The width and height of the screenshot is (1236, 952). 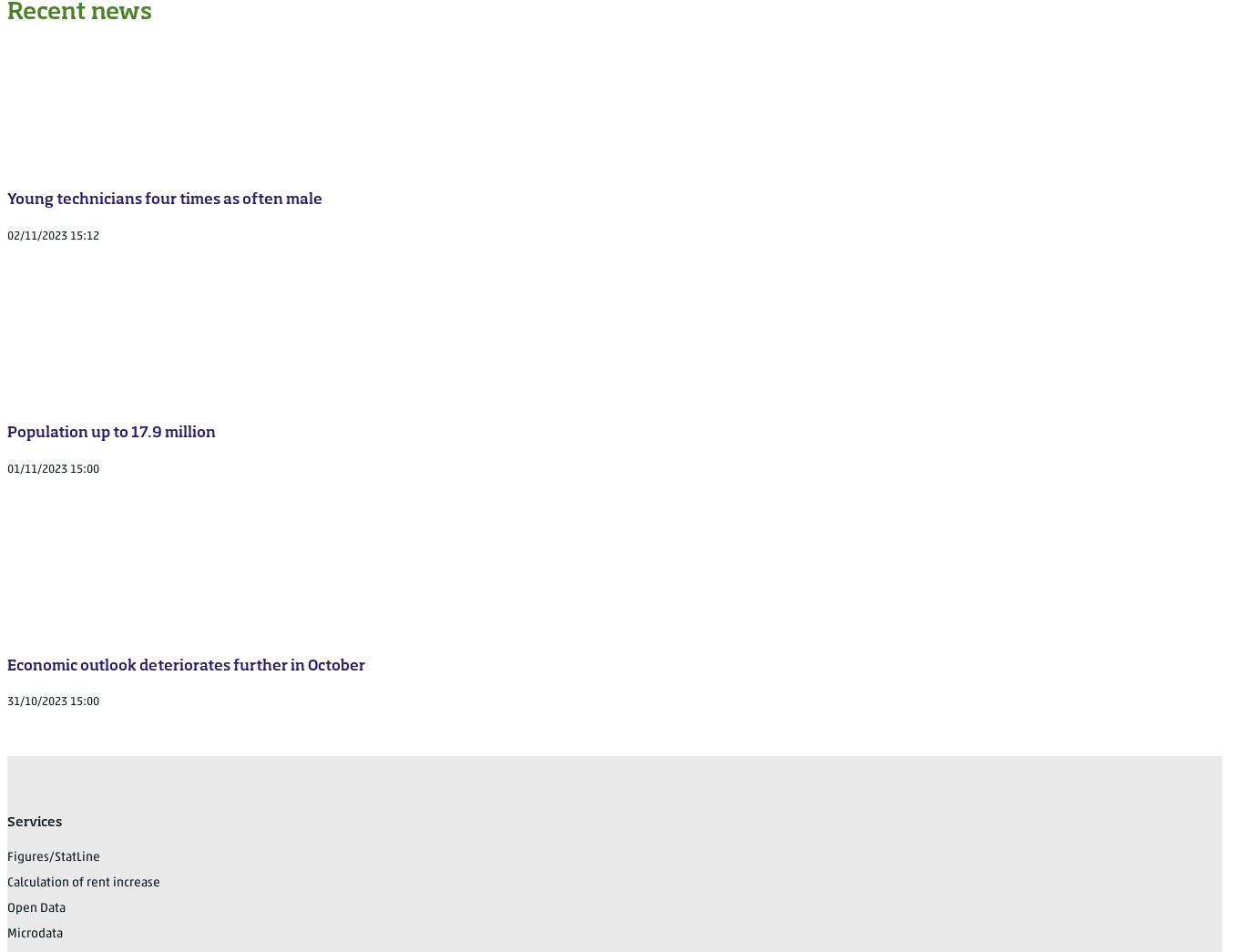 What do you see at coordinates (53, 234) in the screenshot?
I see `'02/11/2023 15:12'` at bounding box center [53, 234].